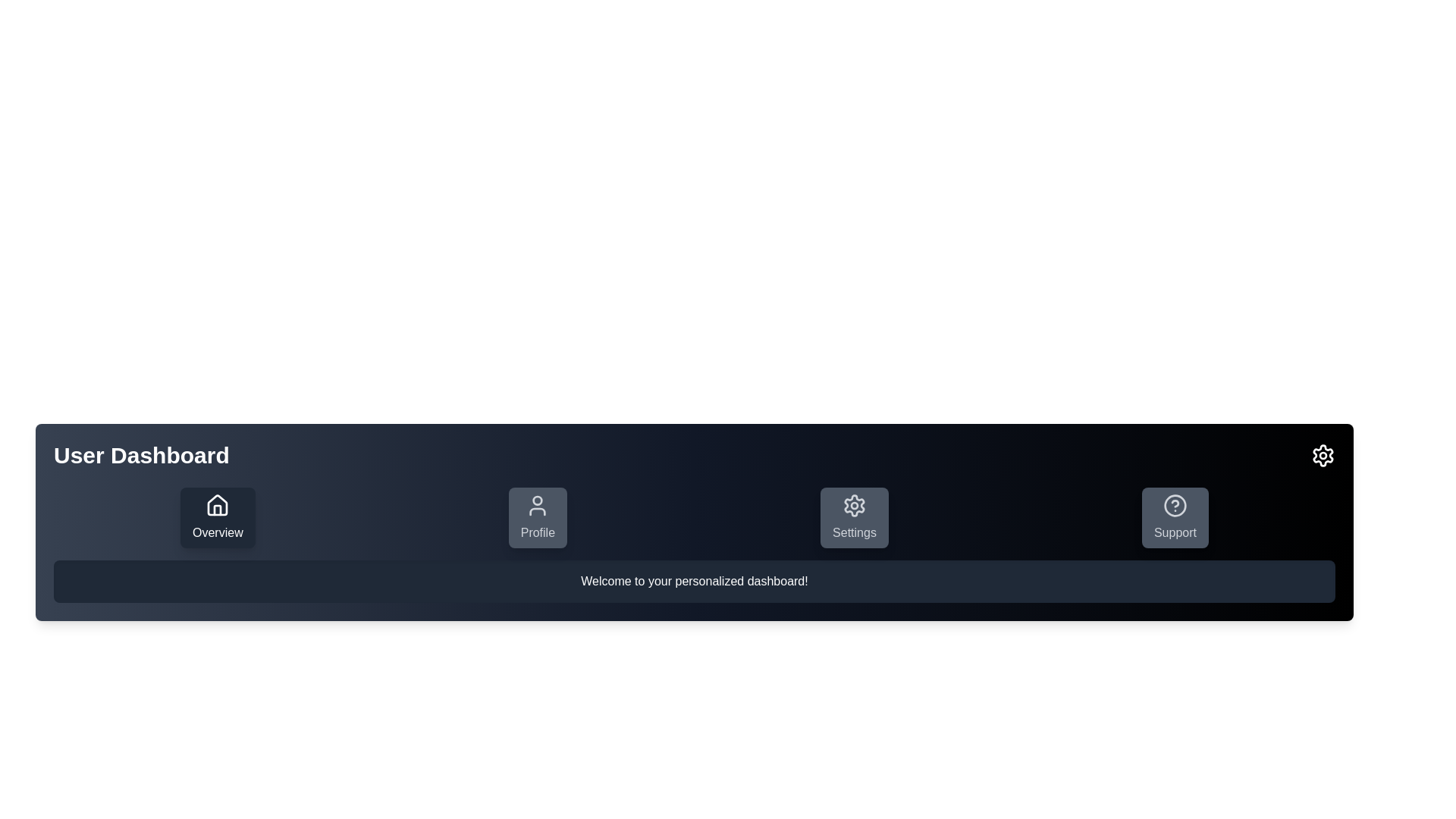 The width and height of the screenshot is (1456, 819). What do you see at coordinates (141, 455) in the screenshot?
I see `the 'User Dashboard' label, which is a bold, large text element located in the top-left corner of the header section` at bounding box center [141, 455].